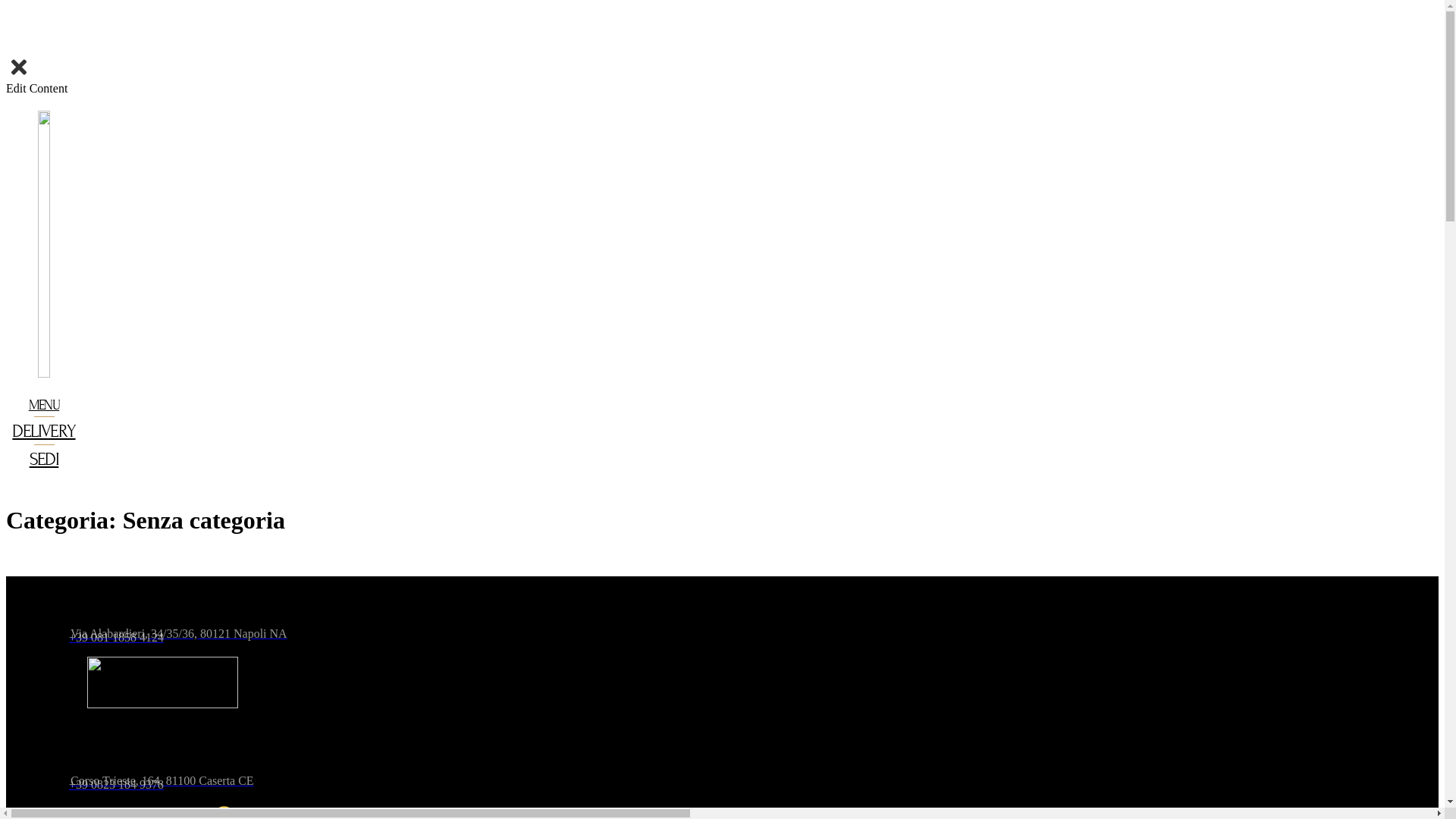  What do you see at coordinates (44, 458) in the screenshot?
I see `'SEDI'` at bounding box center [44, 458].